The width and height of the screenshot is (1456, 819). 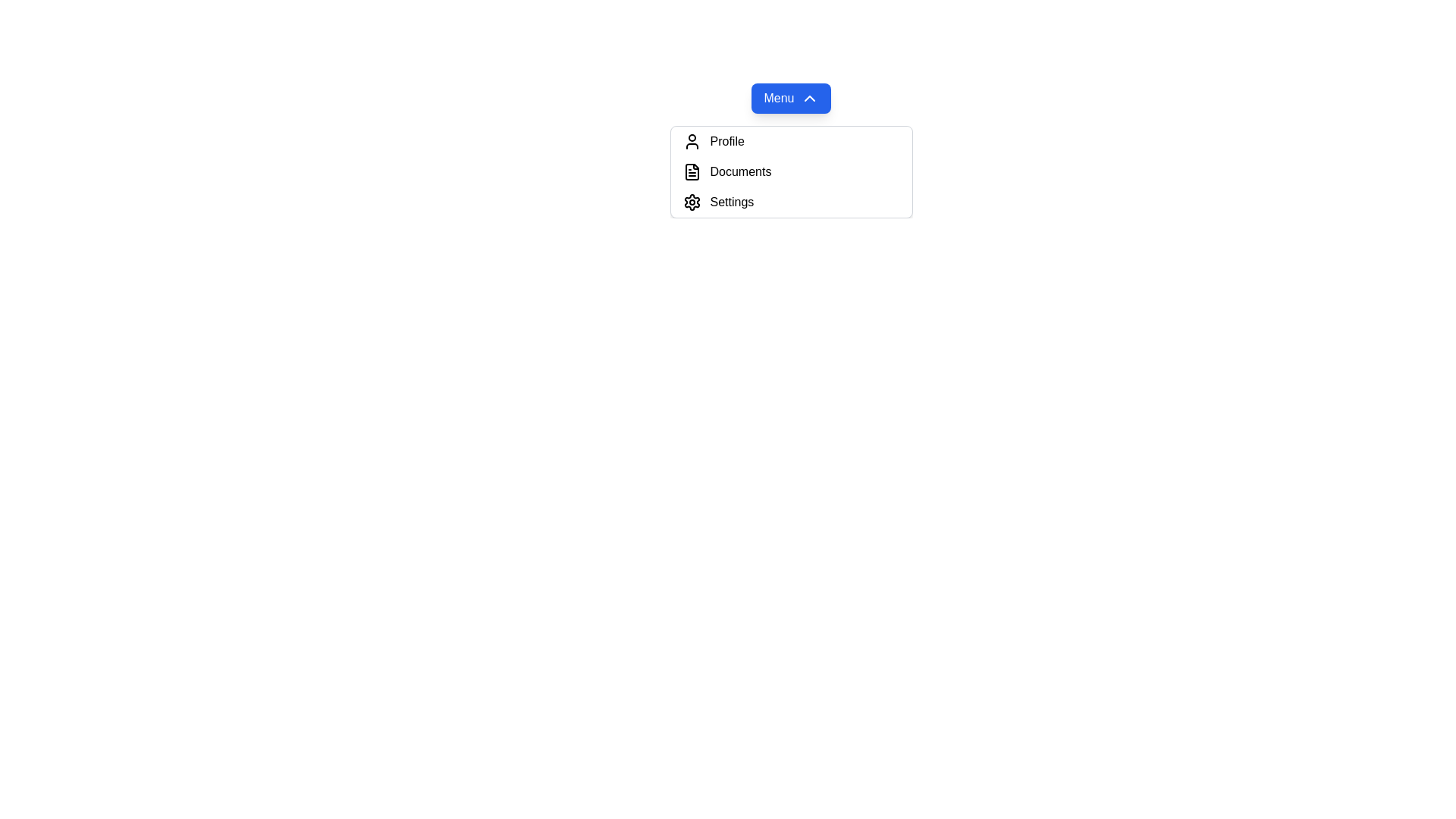 What do you see at coordinates (691, 201) in the screenshot?
I see `the gear icon at the bottom of the dropdown menu adjacent to the 'Settings' text` at bounding box center [691, 201].